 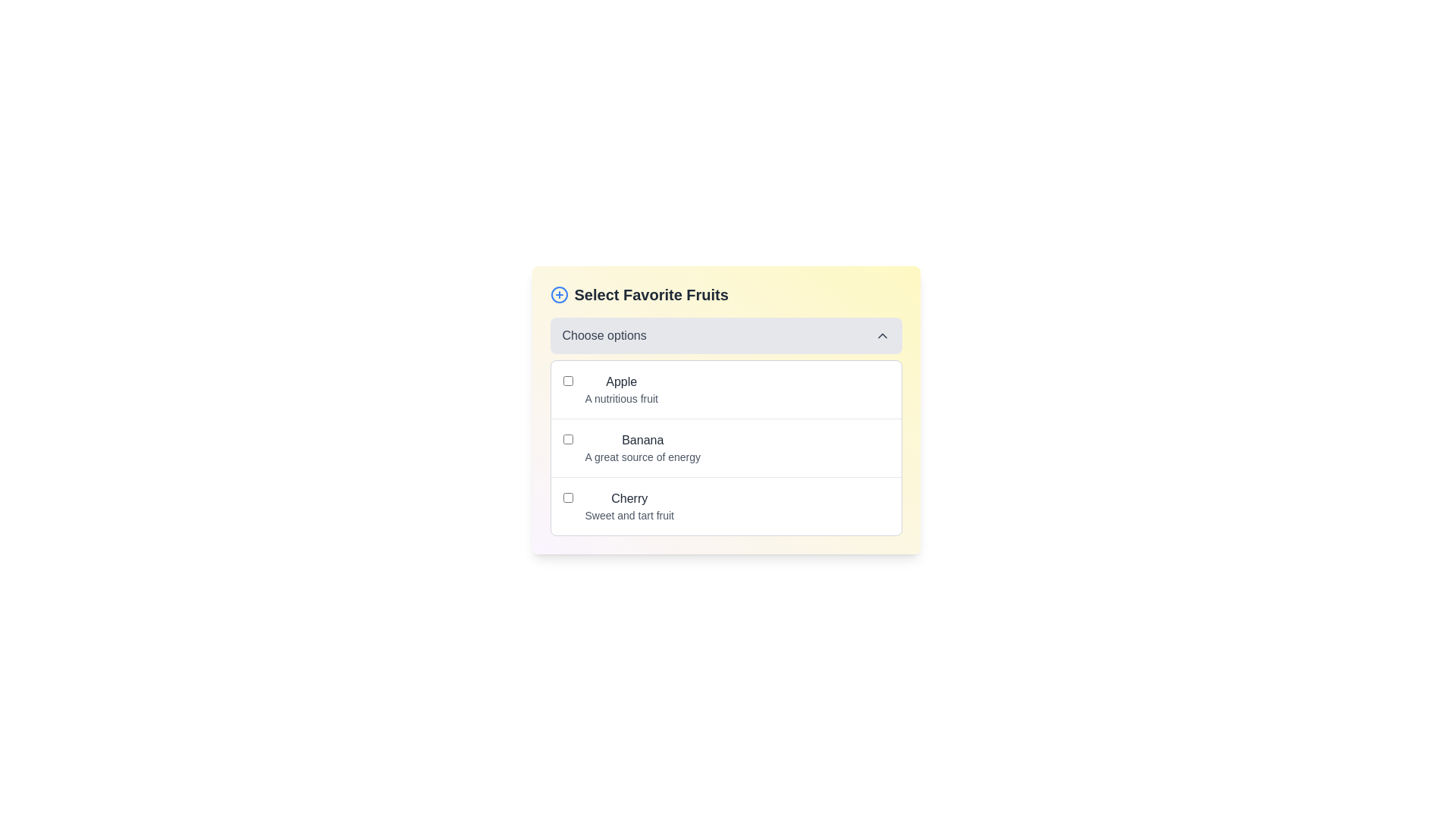 What do you see at coordinates (725, 388) in the screenshot?
I see `the first selectable list item with a checkbox and descriptive text 'Apple' located below the header 'Choose options'` at bounding box center [725, 388].